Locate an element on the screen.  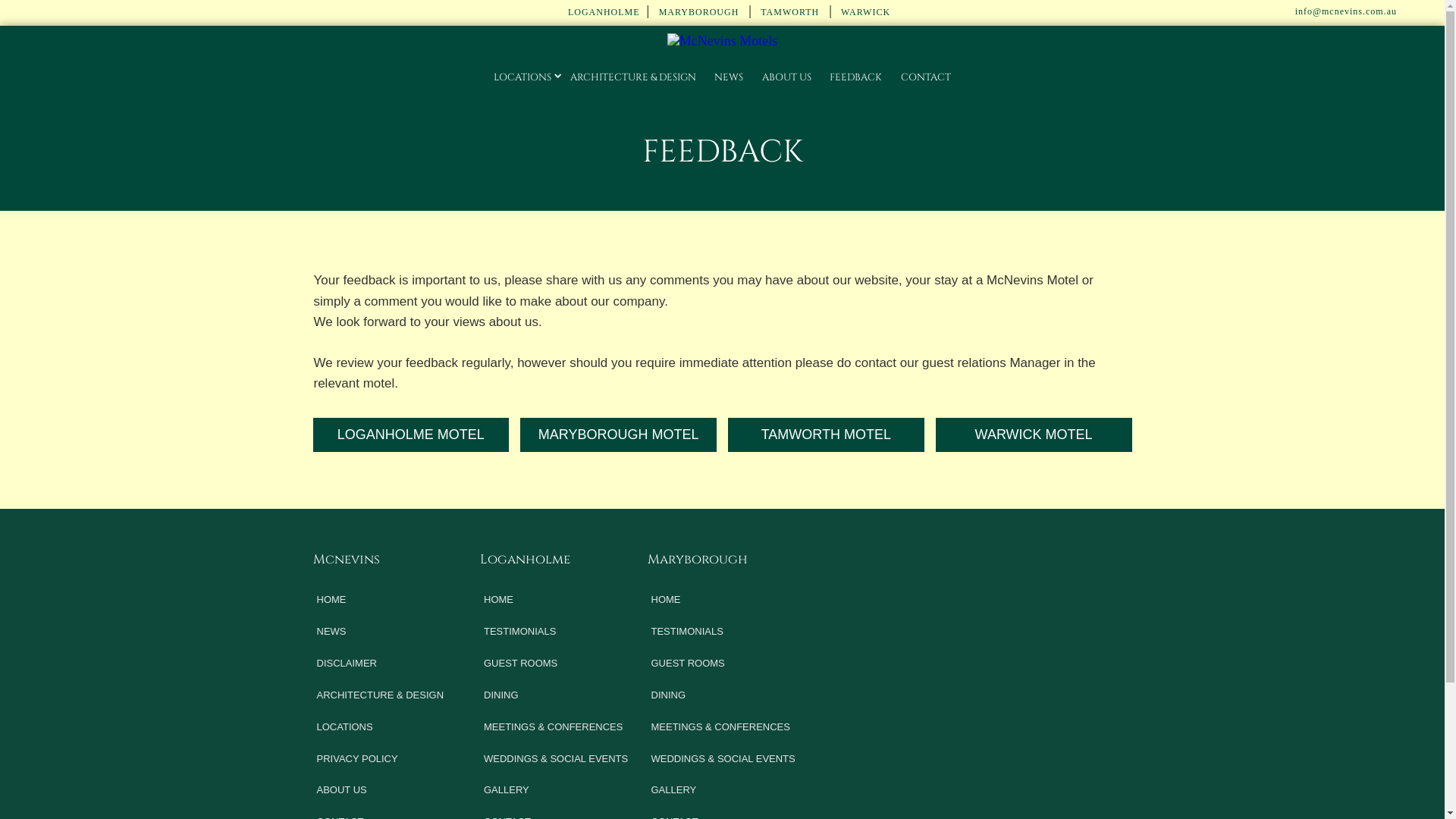
'GALLERY' is located at coordinates (563, 789).